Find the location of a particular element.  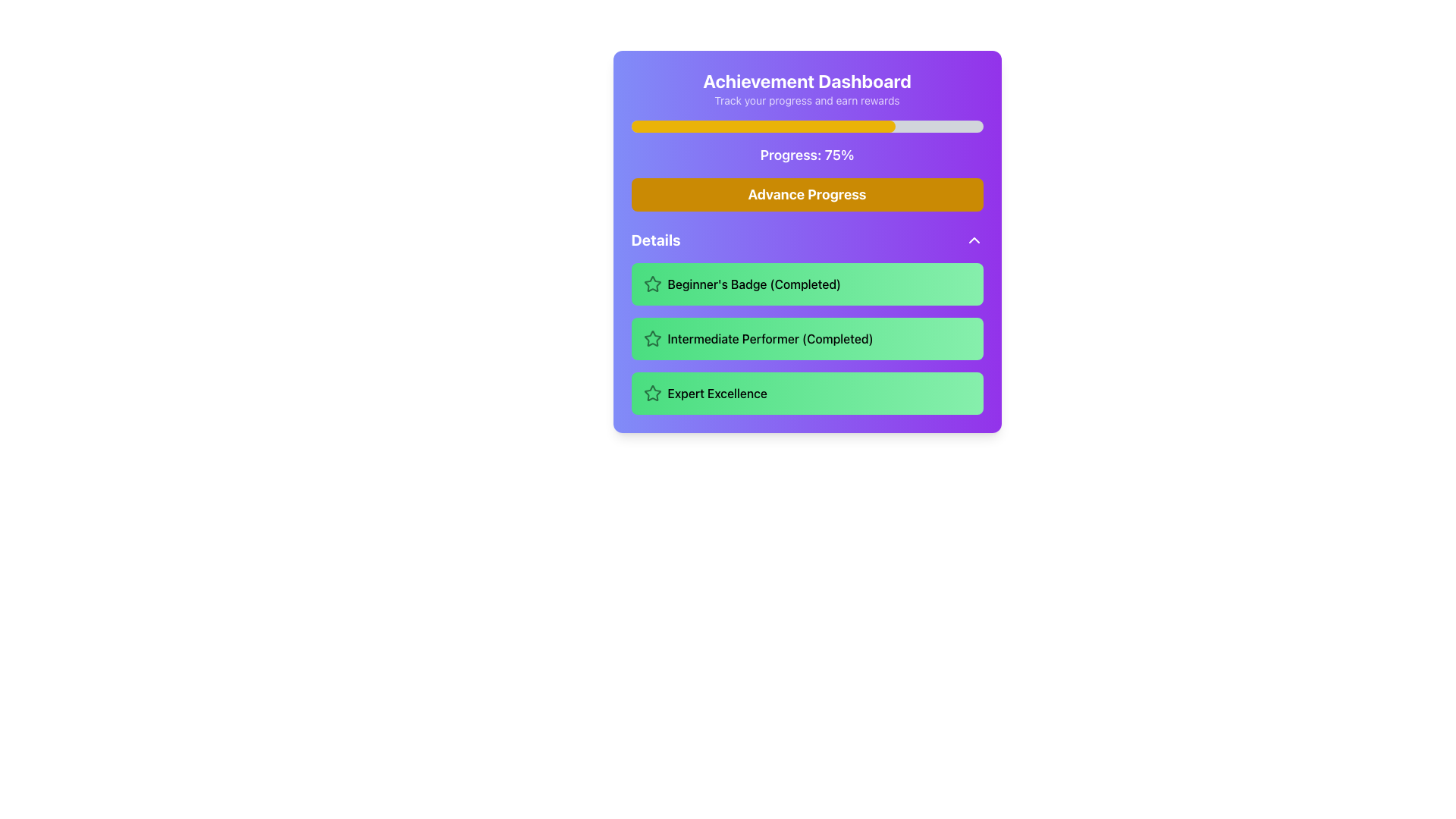

the text label displaying the current progress percentage on the Achievement Dashboard, located below the progress bar and above the Advance Progress button is located at coordinates (806, 155).